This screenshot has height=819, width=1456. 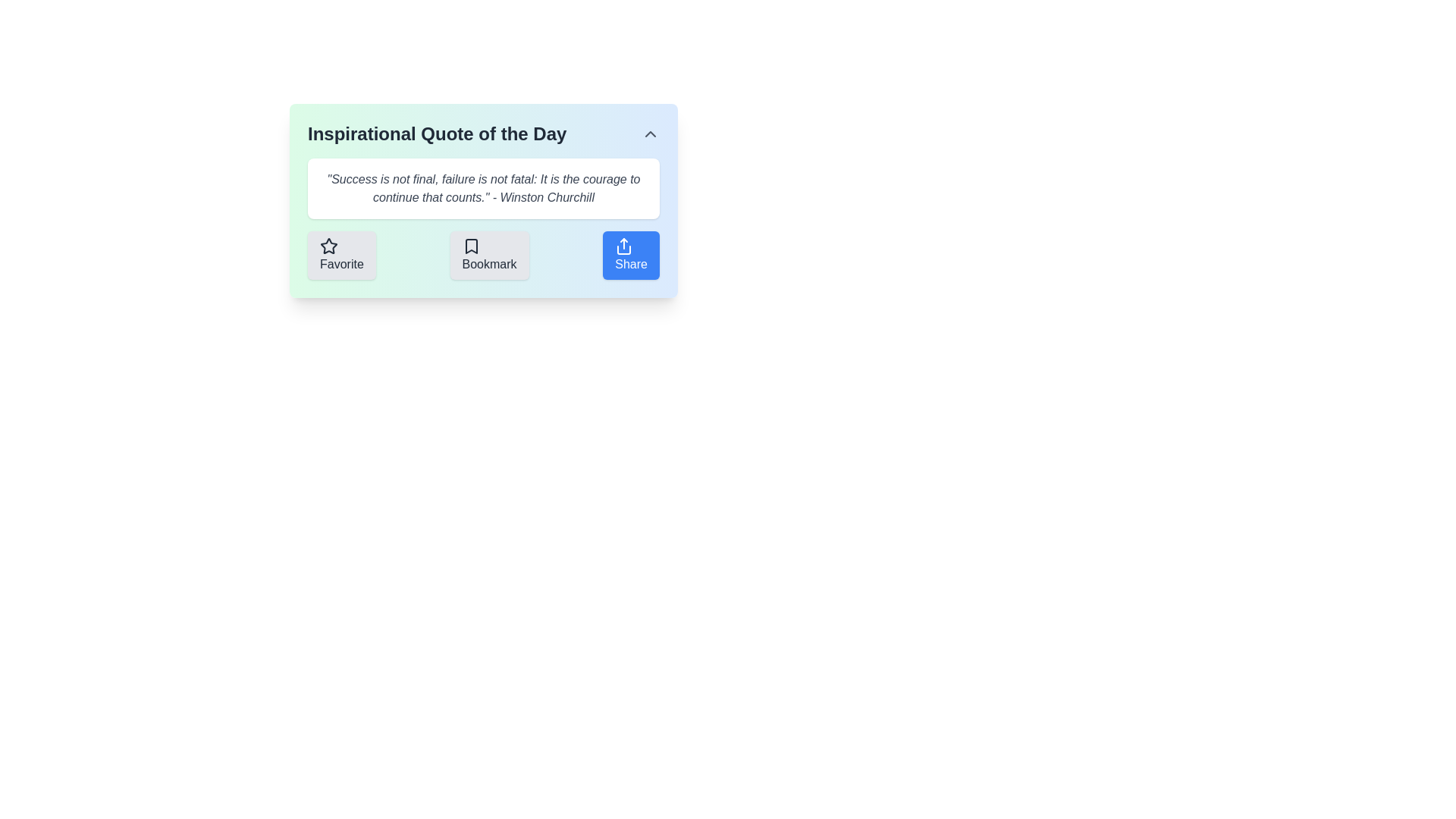 I want to click on the header section with a toggleable chevron icon located at the center near the top of the card, so click(x=483, y=133).